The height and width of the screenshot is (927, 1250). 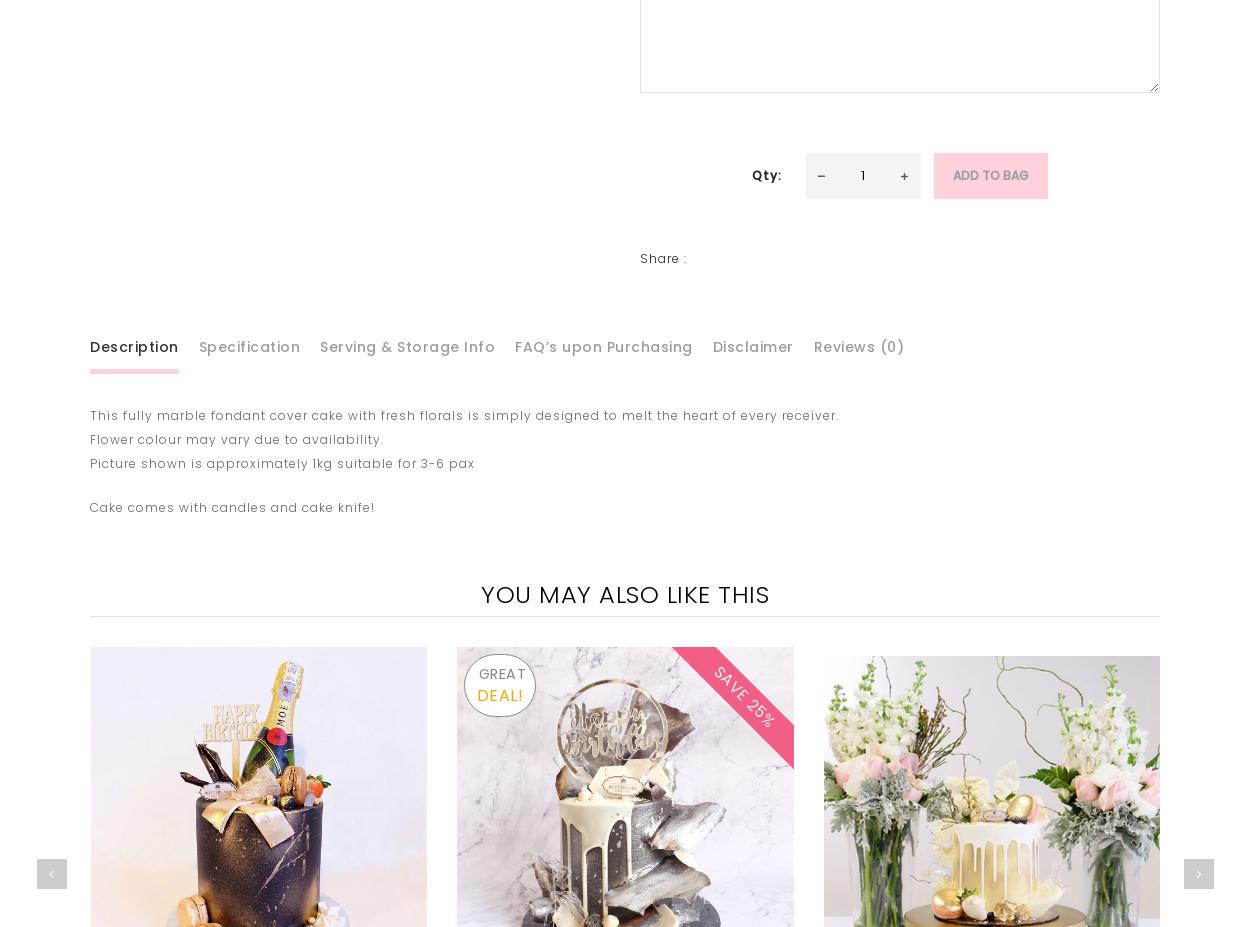 What do you see at coordinates (473, 672) in the screenshot?
I see `'GREAT'` at bounding box center [473, 672].